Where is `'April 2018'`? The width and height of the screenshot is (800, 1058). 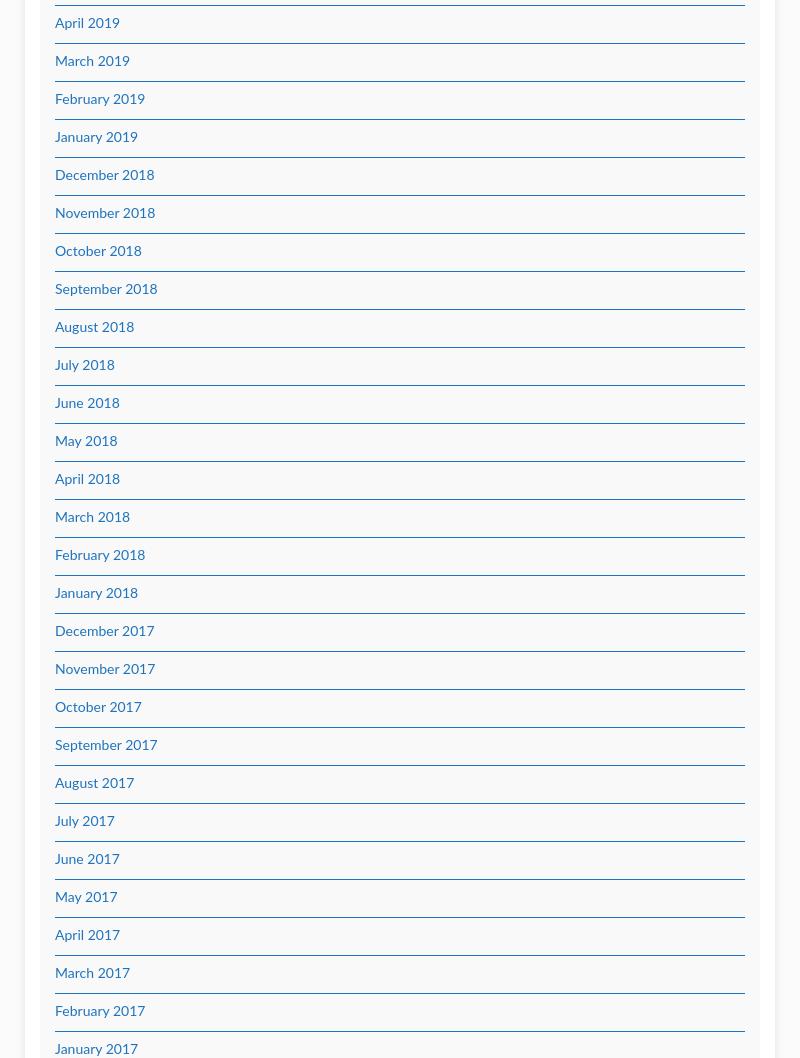
'April 2018' is located at coordinates (87, 479).